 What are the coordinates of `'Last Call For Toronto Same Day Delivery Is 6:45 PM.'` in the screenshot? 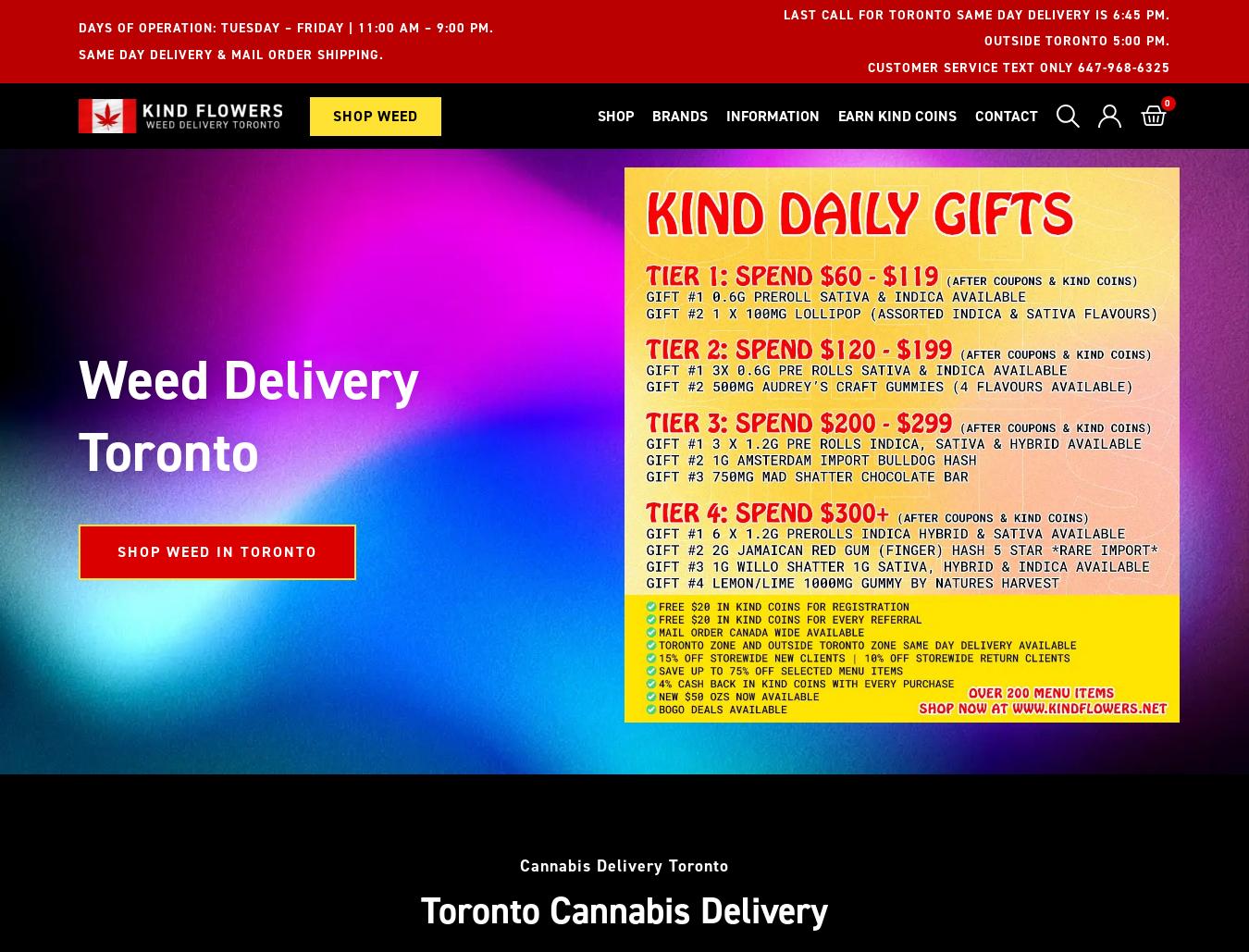 It's located at (976, 15).